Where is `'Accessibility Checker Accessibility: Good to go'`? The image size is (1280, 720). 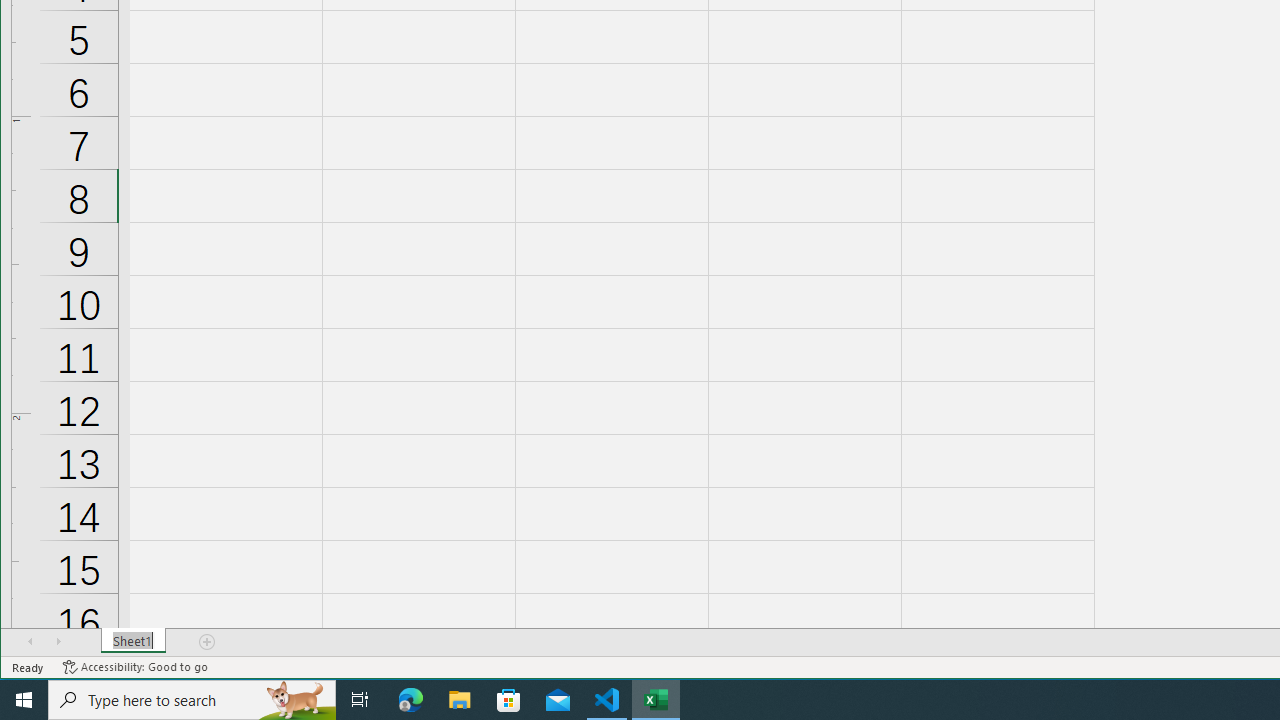 'Accessibility Checker Accessibility: Good to go' is located at coordinates (134, 667).